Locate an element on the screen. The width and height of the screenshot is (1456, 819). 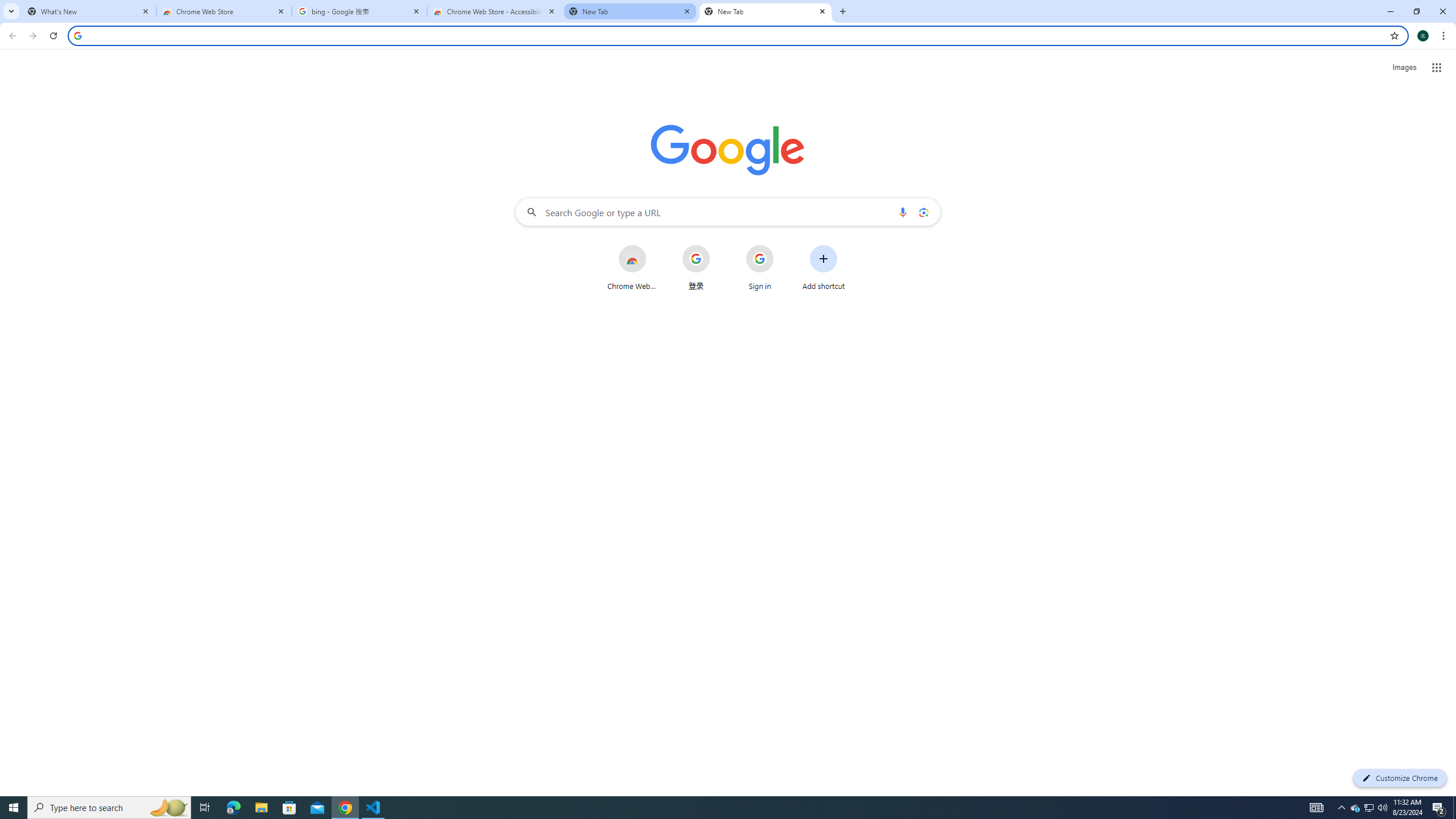
'What' is located at coordinates (88, 11).